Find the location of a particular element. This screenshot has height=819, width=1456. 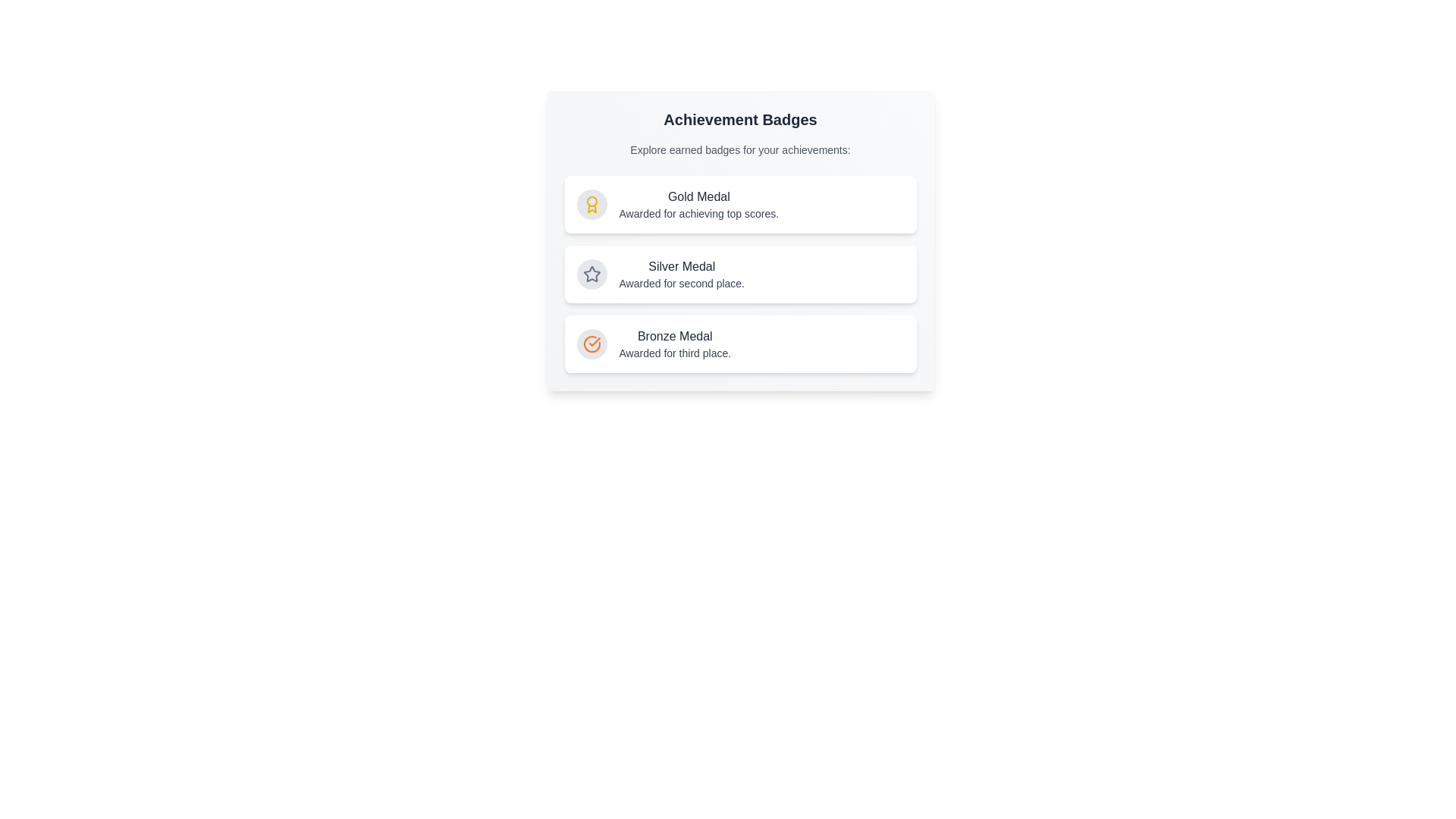

the static text label indicating the rank and significance of the 'Silver Medal' badge, positioned above the text 'Awarded for second place.' is located at coordinates (681, 265).